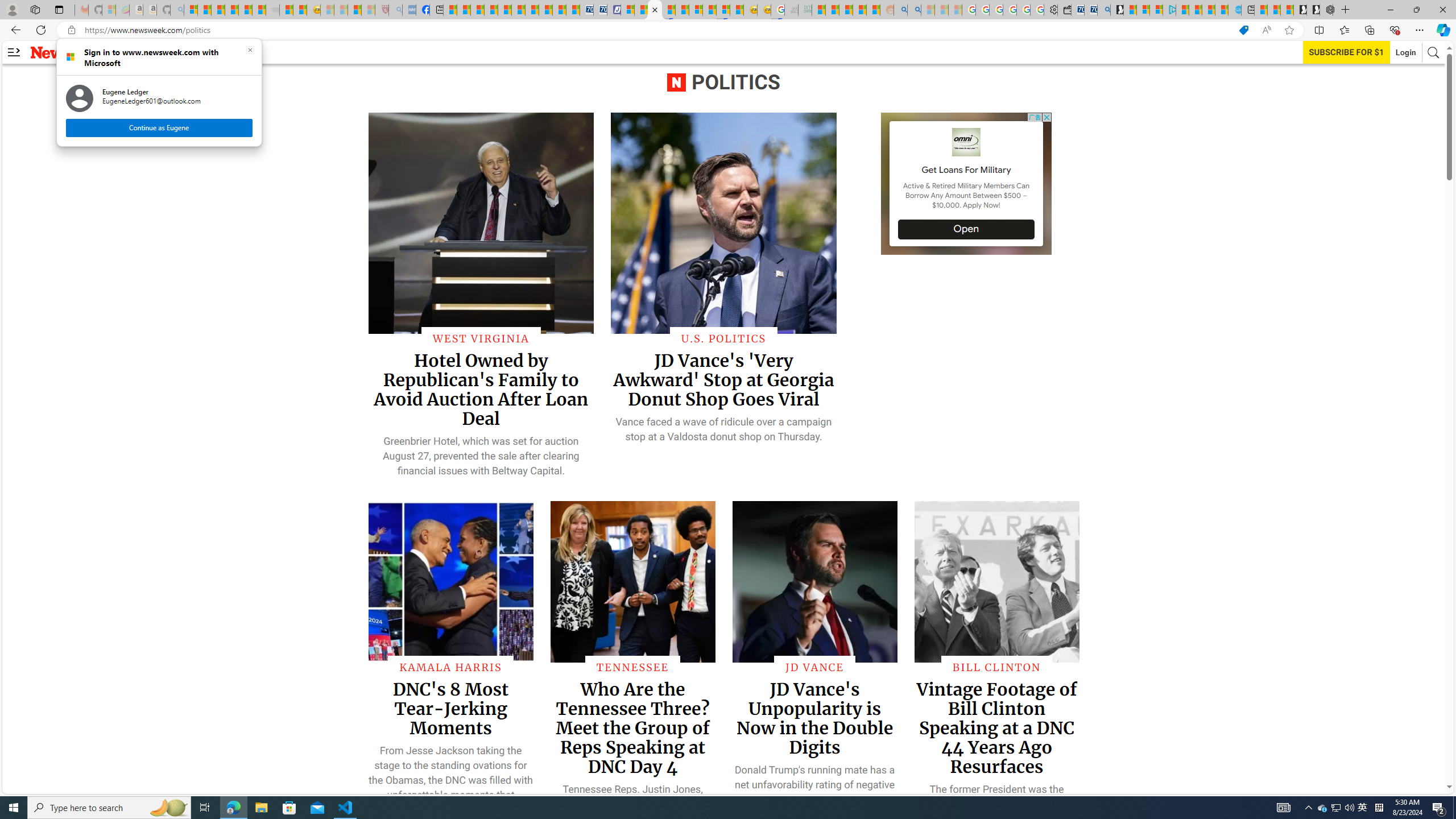  Describe the element at coordinates (1064, 9) in the screenshot. I see `'Wallet'` at that location.